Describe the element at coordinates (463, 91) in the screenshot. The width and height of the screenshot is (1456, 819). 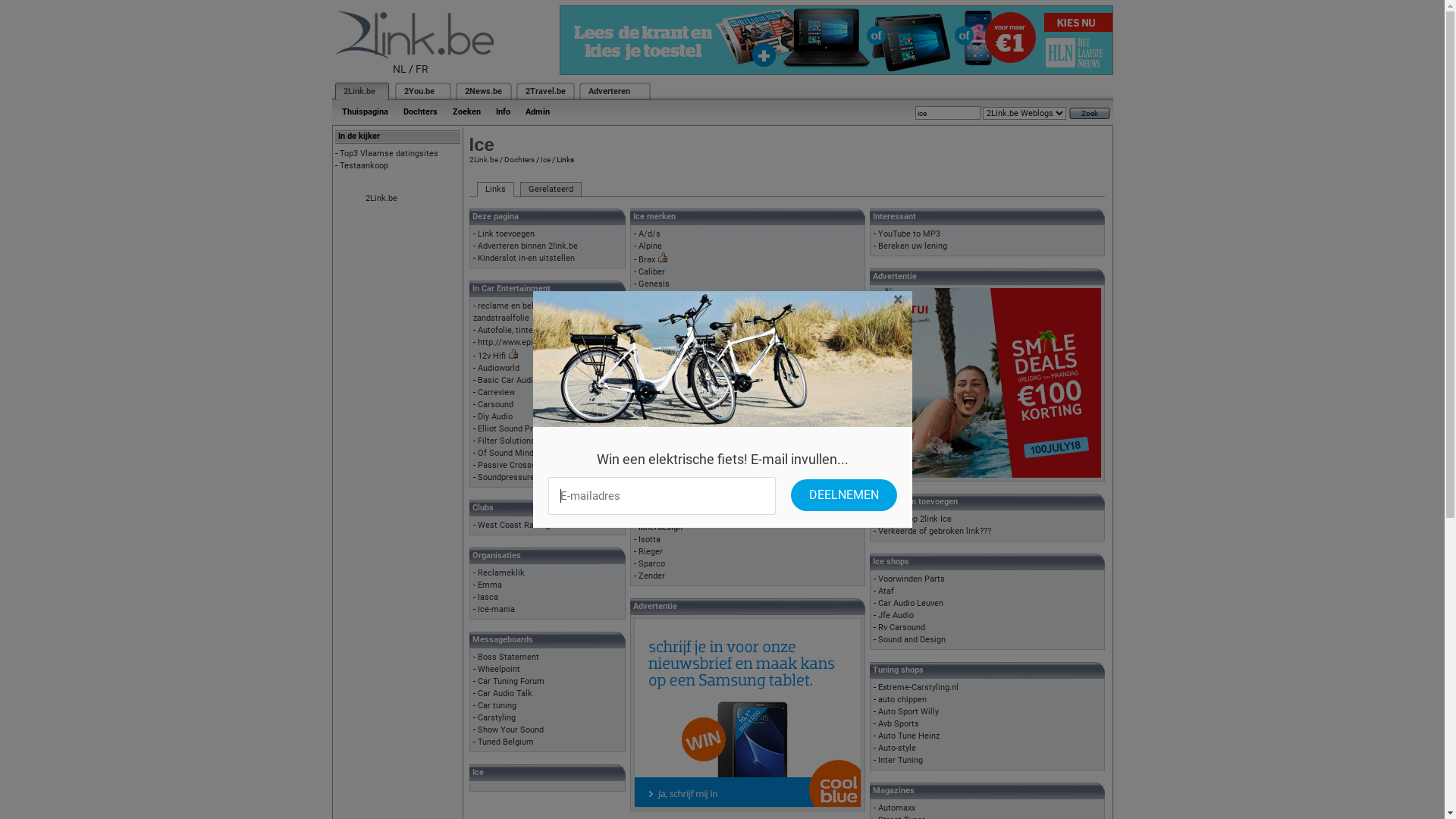
I see `'2News.be'` at that location.